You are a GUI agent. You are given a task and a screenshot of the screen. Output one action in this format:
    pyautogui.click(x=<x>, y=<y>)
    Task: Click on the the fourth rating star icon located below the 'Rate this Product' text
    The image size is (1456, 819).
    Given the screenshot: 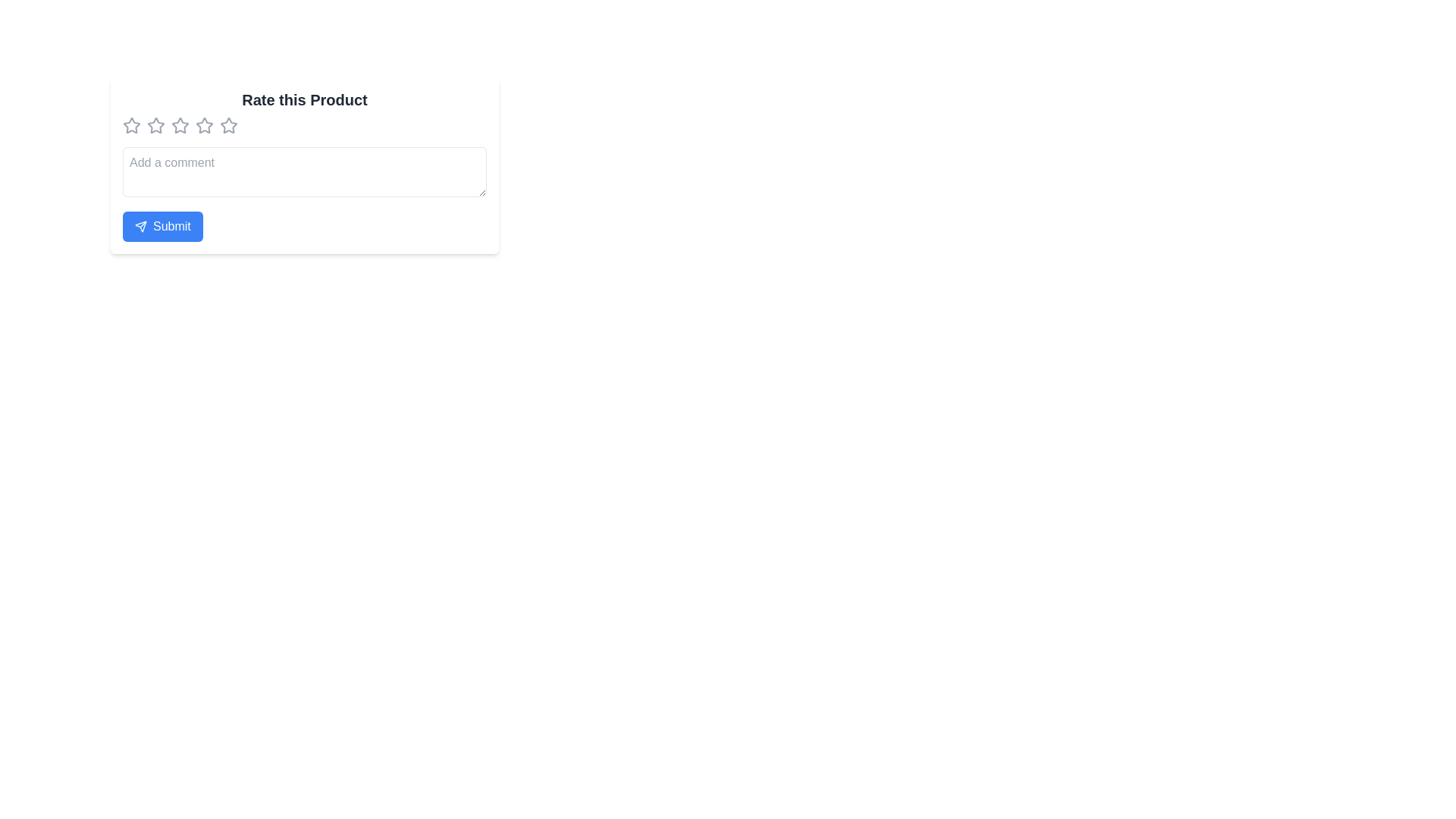 What is the action you would take?
    pyautogui.click(x=228, y=124)
    